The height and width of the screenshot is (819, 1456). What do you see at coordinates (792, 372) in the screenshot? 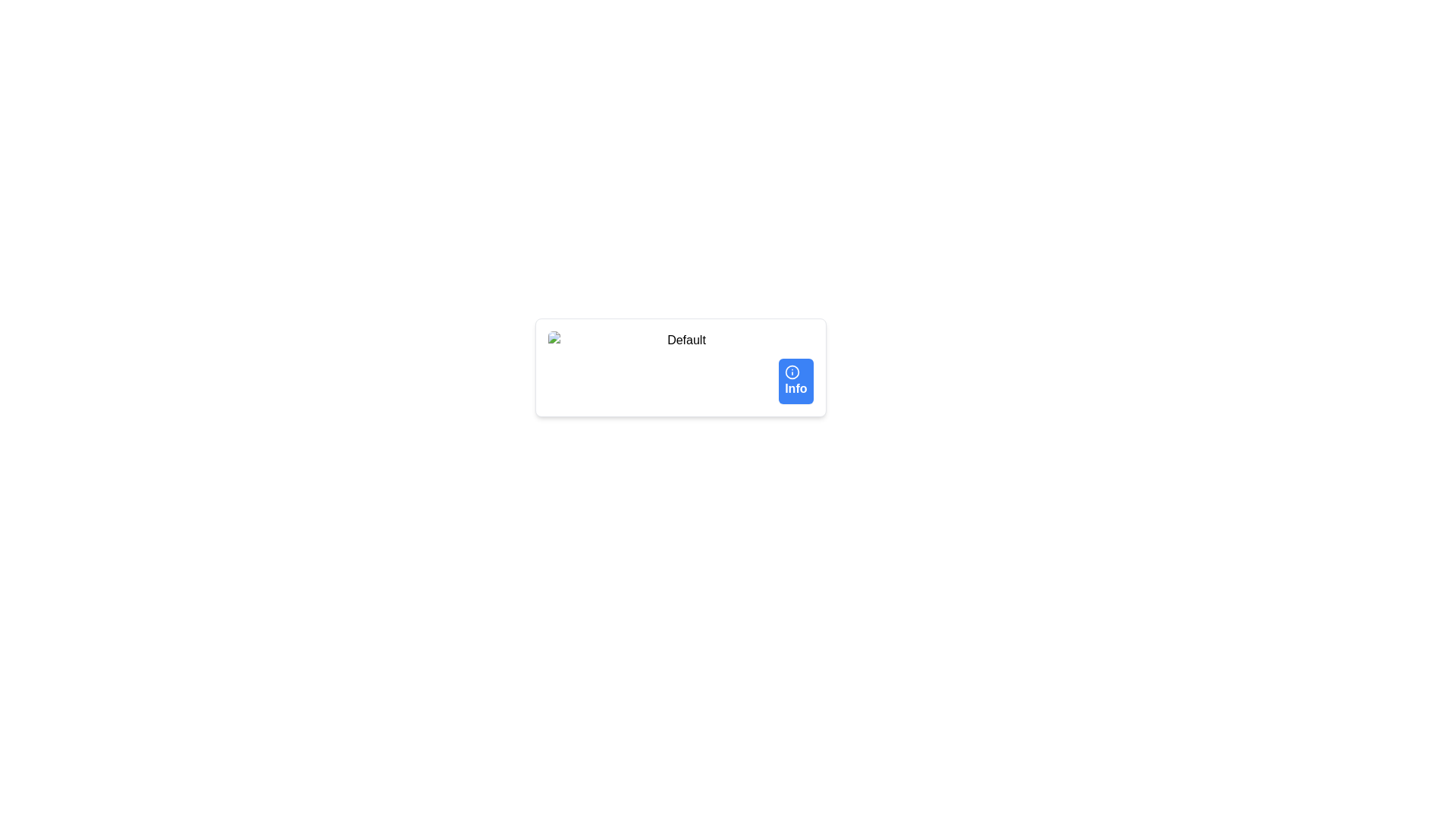
I see `the circular icon with a blue background located within the 'Info' button` at bounding box center [792, 372].